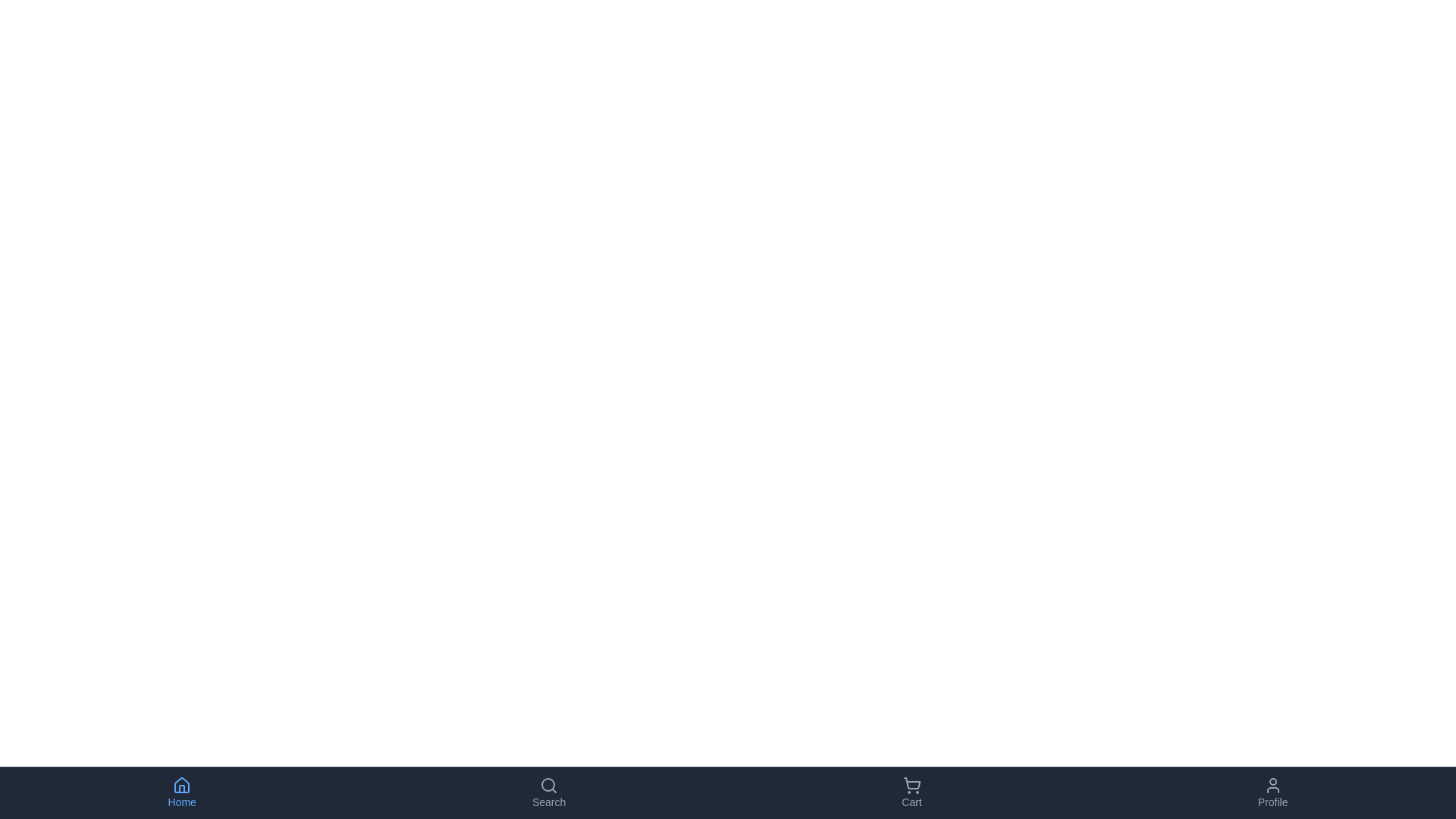 This screenshot has height=819, width=1456. Describe the element at coordinates (182, 788) in the screenshot. I see `the door graphical element within the house icon located at the bottom navigation bar, which symbolizes the 'Home' section of the application` at that location.